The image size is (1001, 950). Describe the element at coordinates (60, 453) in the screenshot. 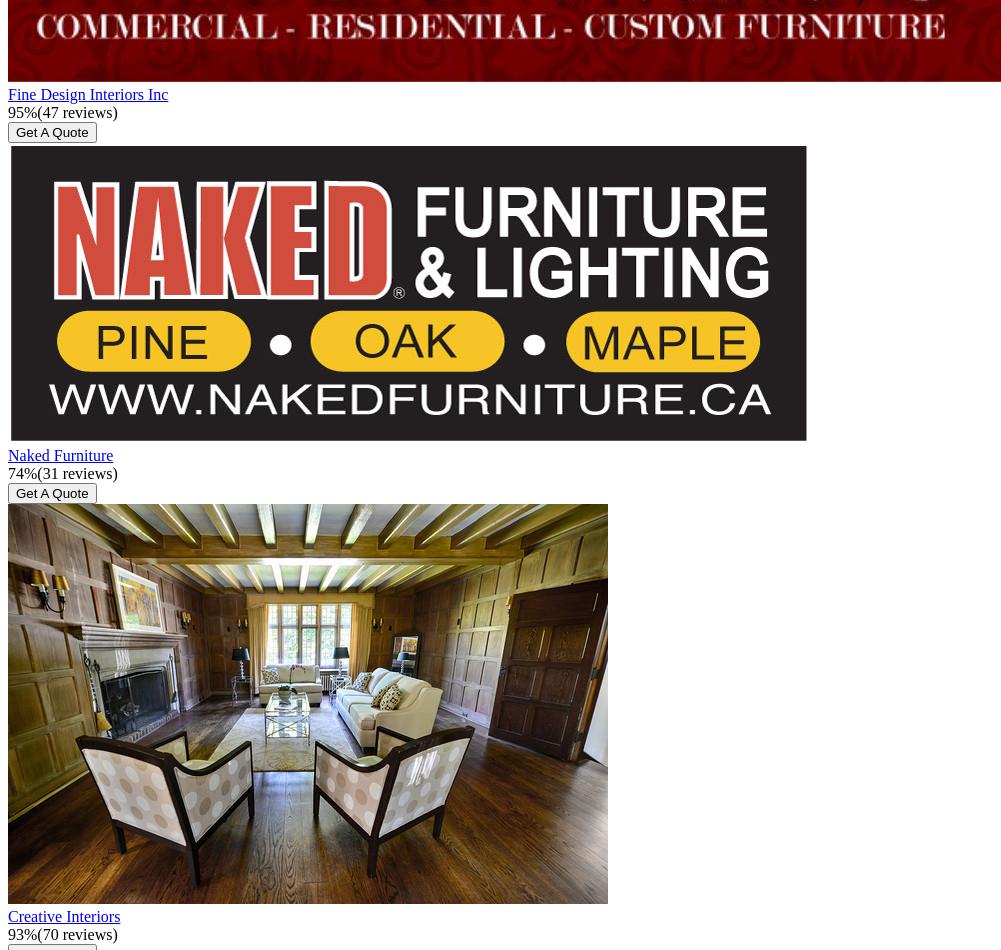

I see `'Naked Furniture'` at that location.